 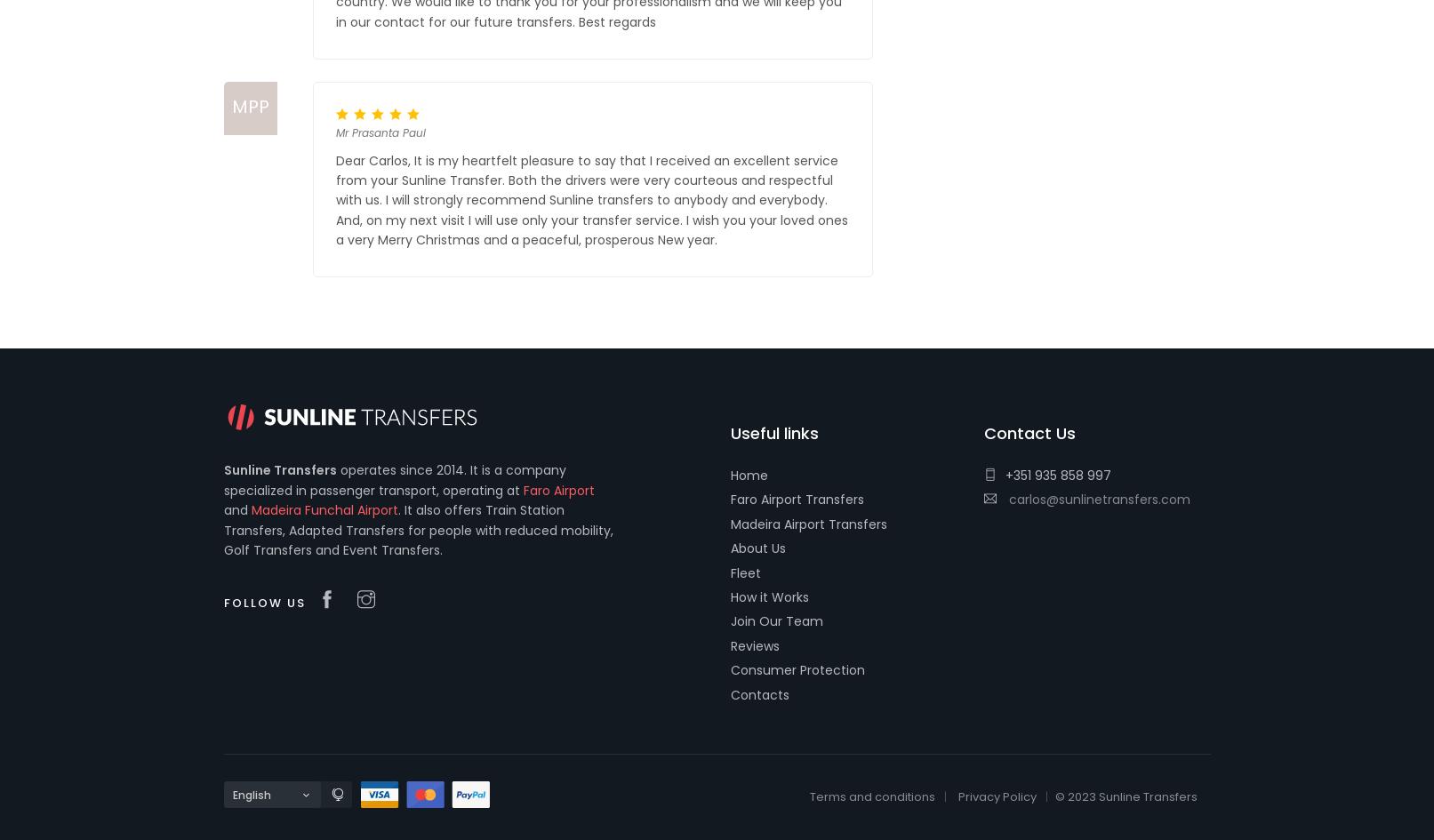 I want to click on 'Contact Us', so click(x=1028, y=432).